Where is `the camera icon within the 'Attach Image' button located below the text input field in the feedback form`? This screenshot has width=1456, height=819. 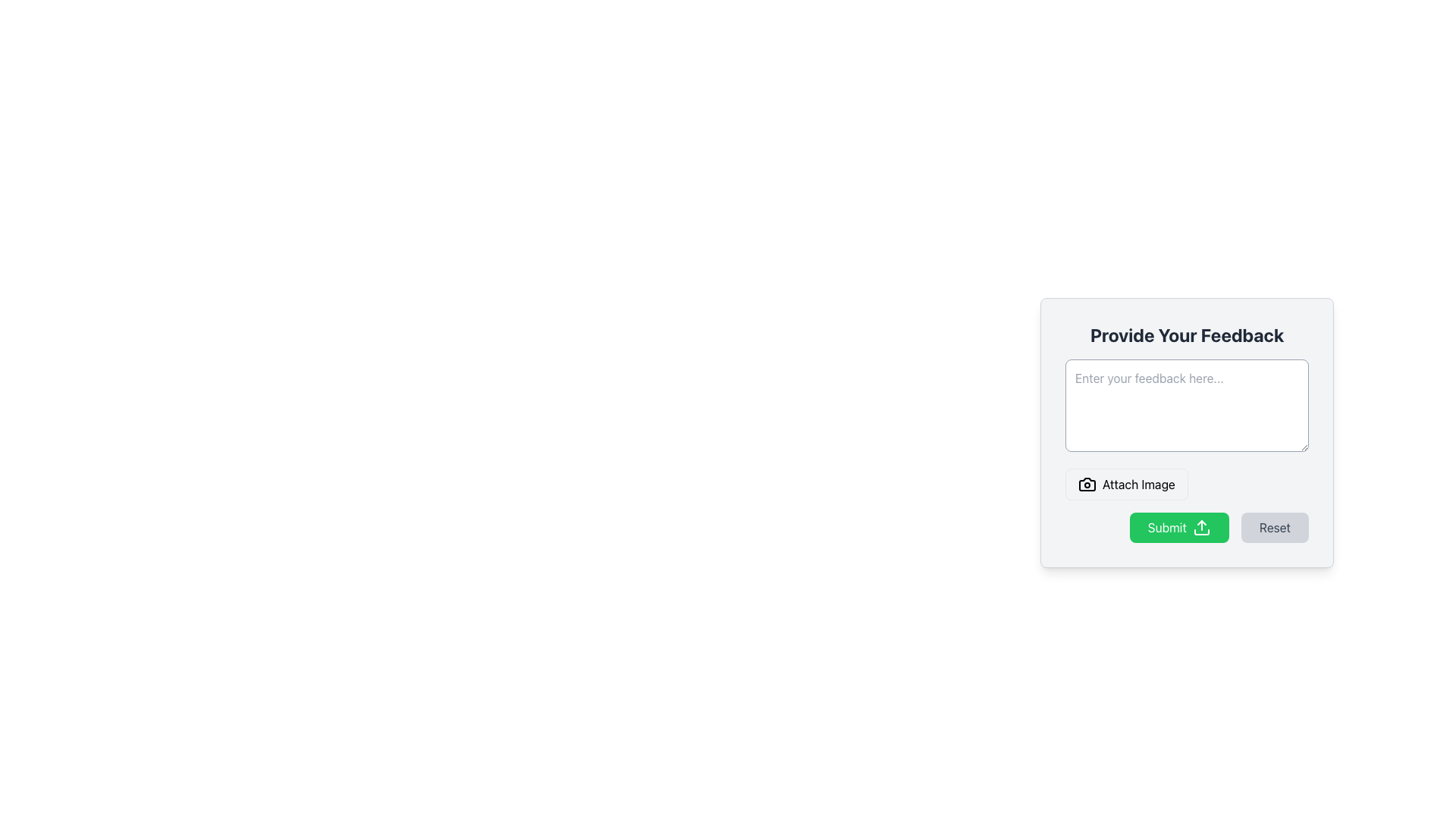
the camera icon within the 'Attach Image' button located below the text input field in the feedback form is located at coordinates (1087, 485).